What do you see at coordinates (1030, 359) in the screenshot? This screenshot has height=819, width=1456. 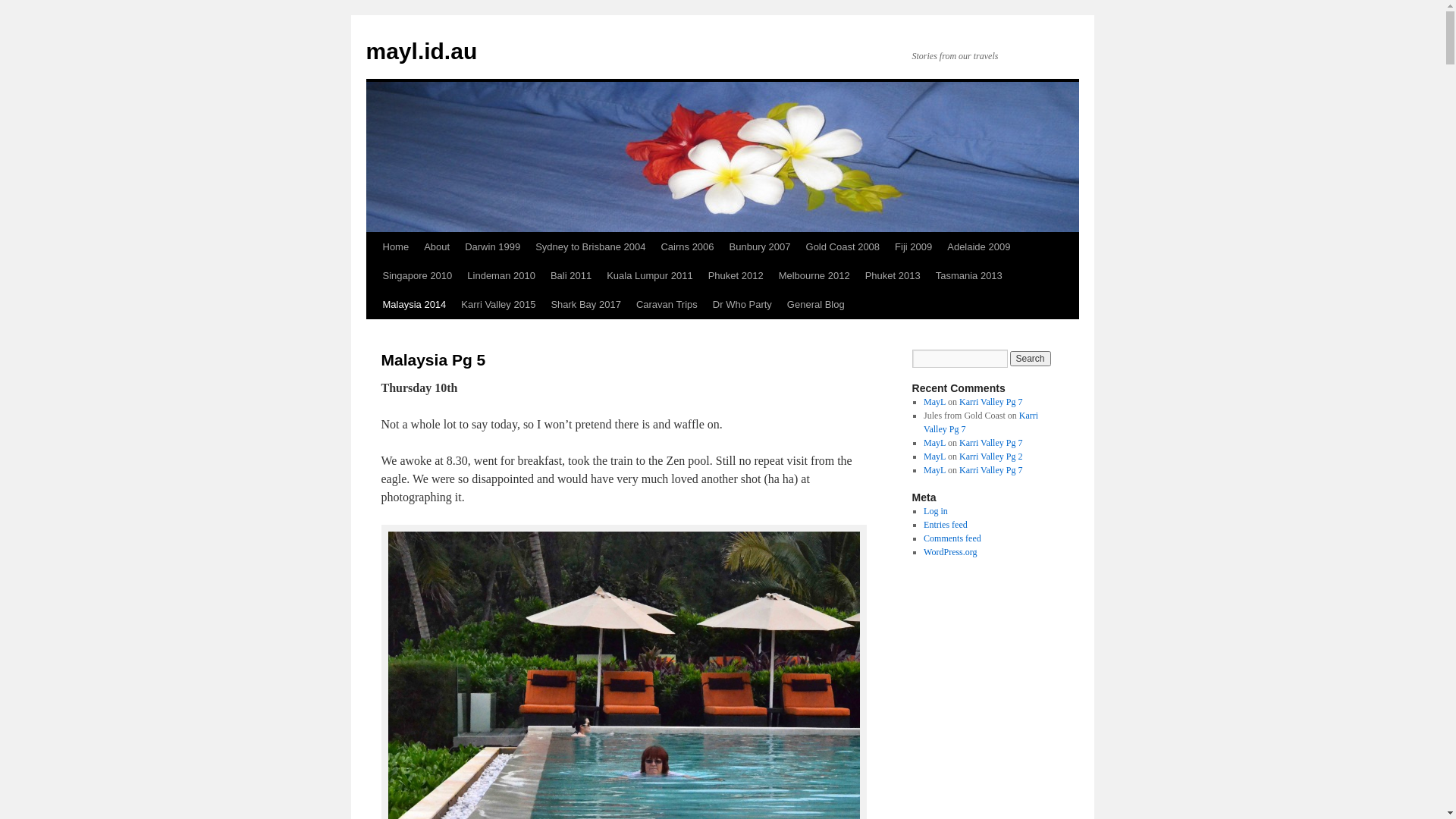 I see `'Search'` at bounding box center [1030, 359].